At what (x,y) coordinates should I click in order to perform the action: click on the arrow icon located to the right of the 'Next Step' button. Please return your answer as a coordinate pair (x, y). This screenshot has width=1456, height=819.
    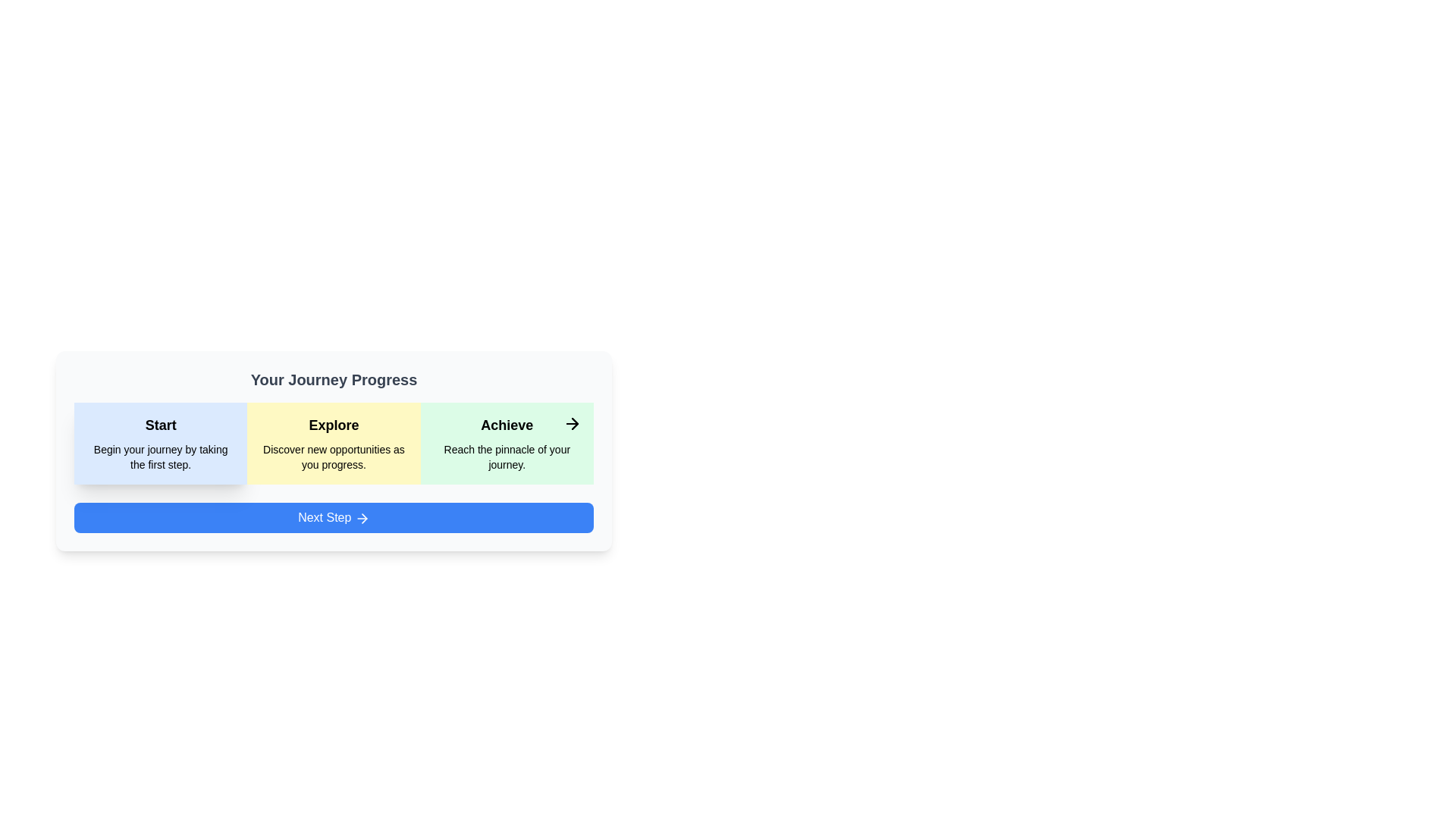
    Looking at the image, I should click on (364, 517).